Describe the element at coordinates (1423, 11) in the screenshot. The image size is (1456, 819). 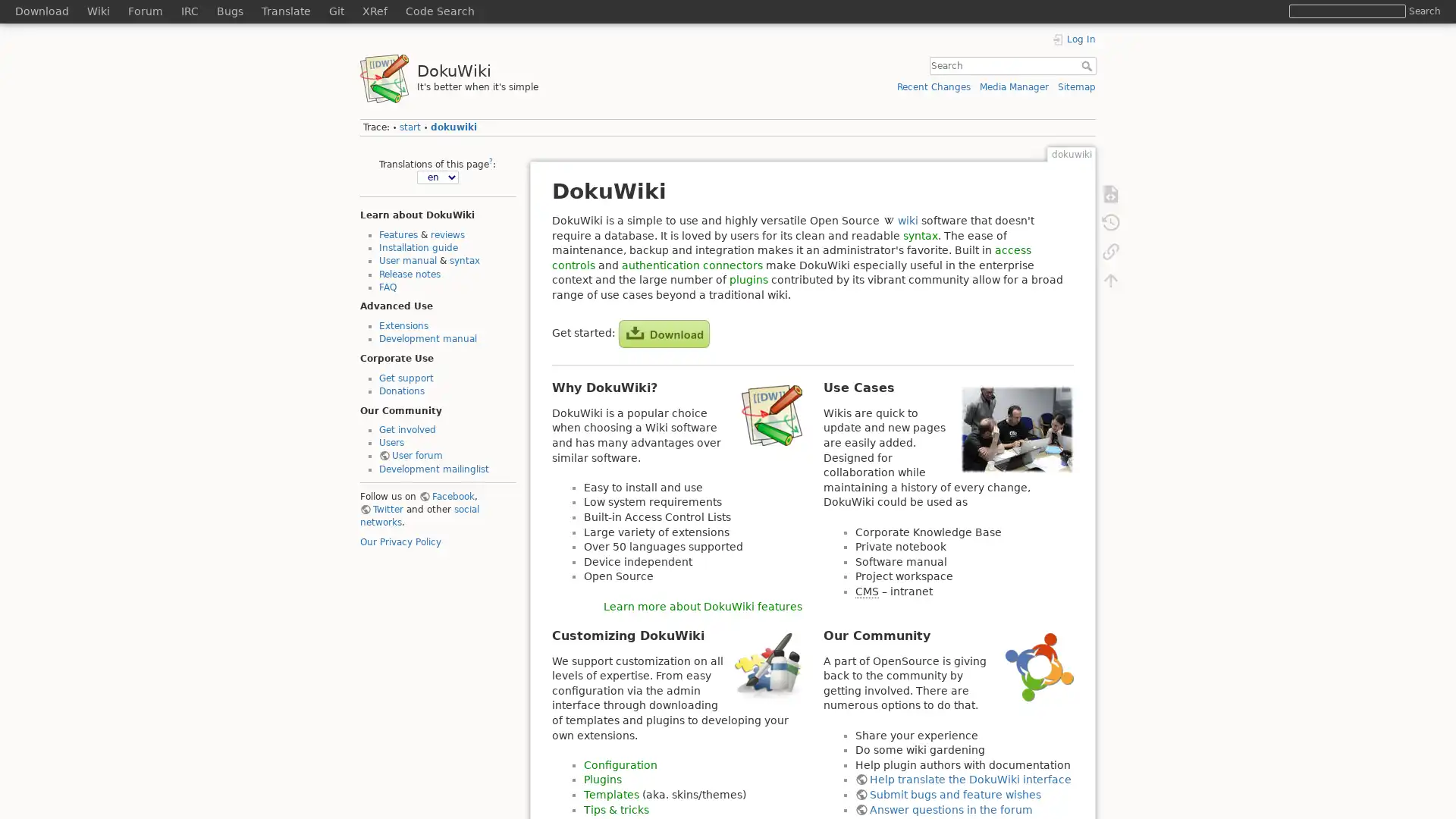
I see `Search` at that location.